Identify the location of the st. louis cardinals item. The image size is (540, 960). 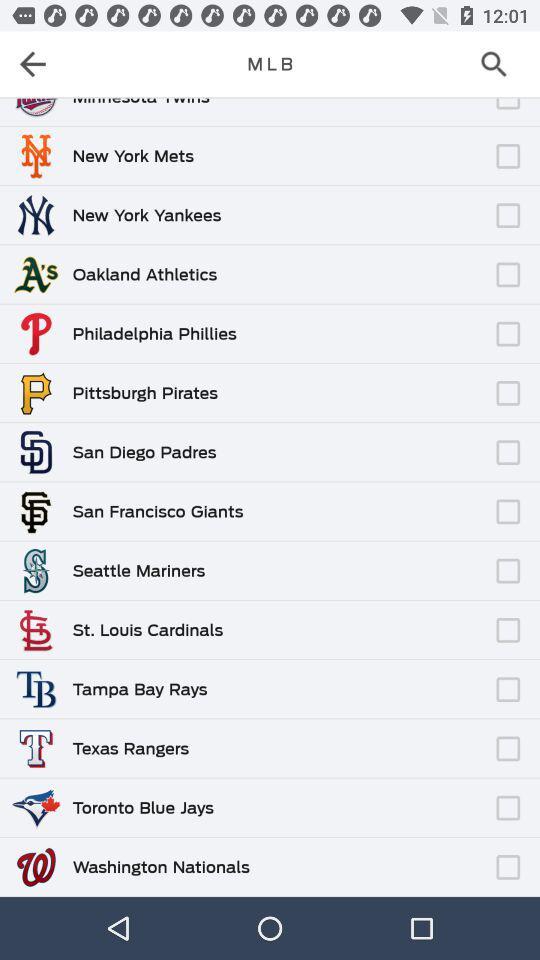
(146, 629).